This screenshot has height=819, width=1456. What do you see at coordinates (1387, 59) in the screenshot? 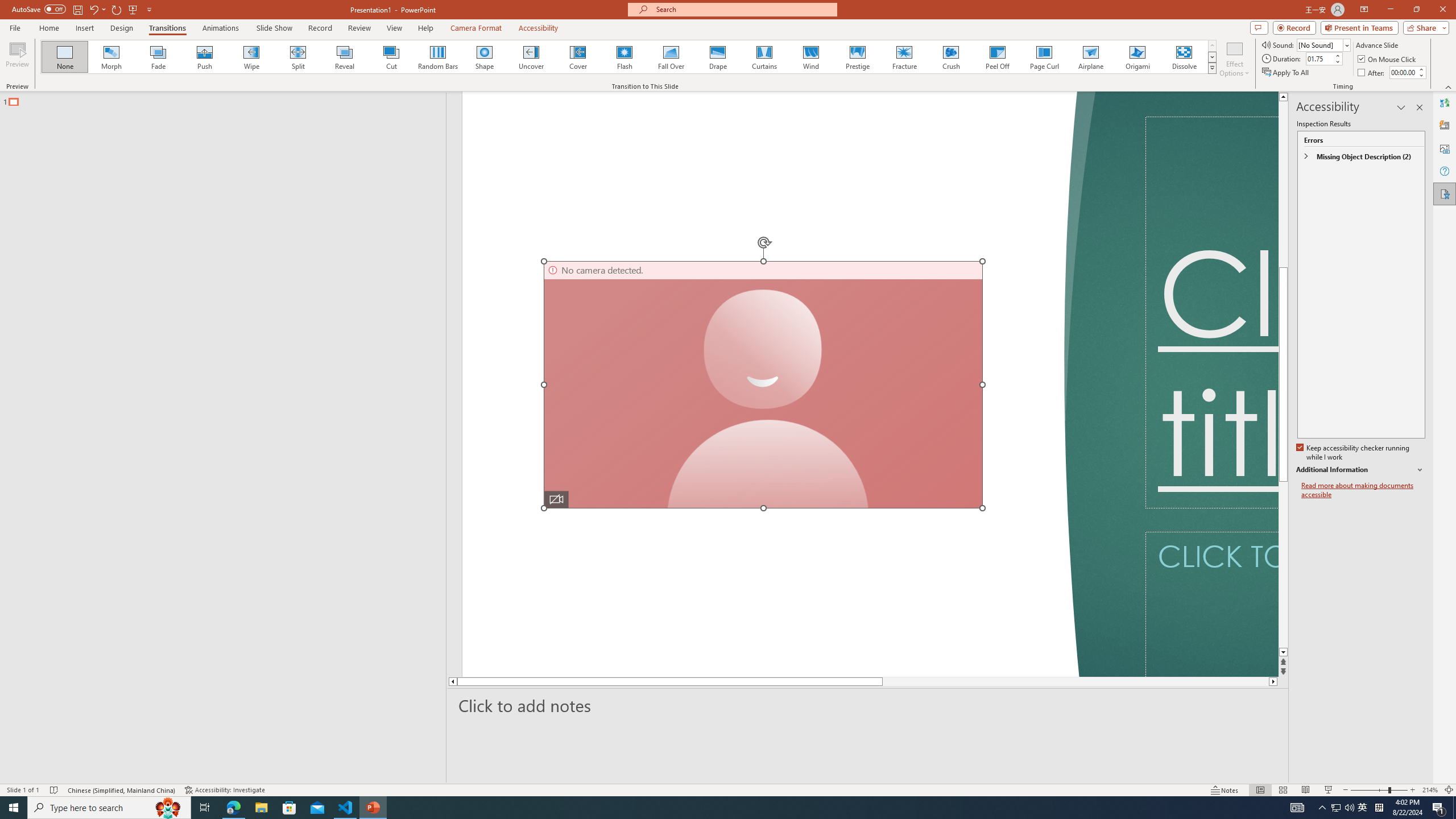
I see `'On Mouse Click'` at bounding box center [1387, 59].